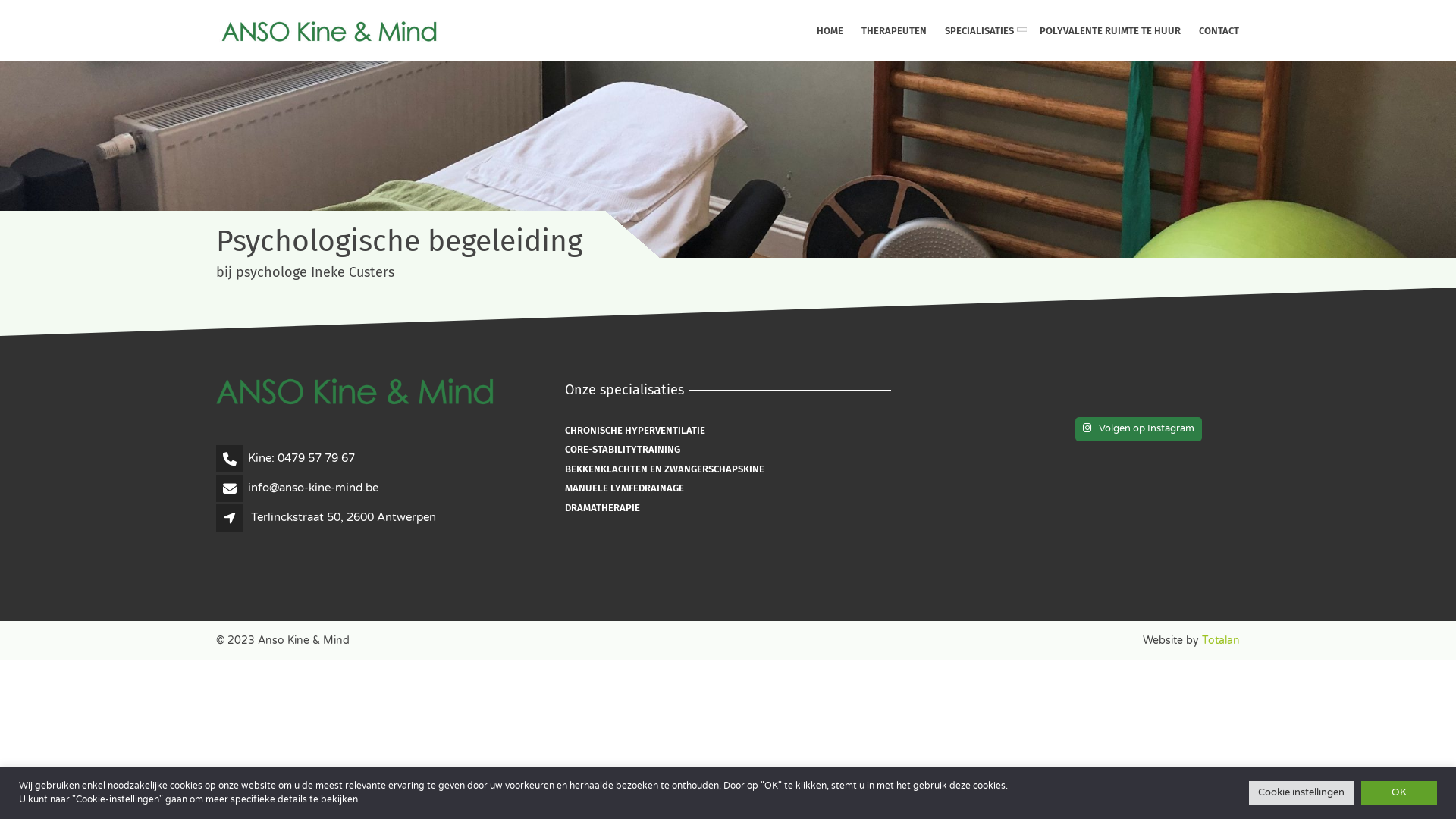 The height and width of the screenshot is (819, 1456). Describe the element at coordinates (894, 30) in the screenshot. I see `'THERAPEUTEN'` at that location.